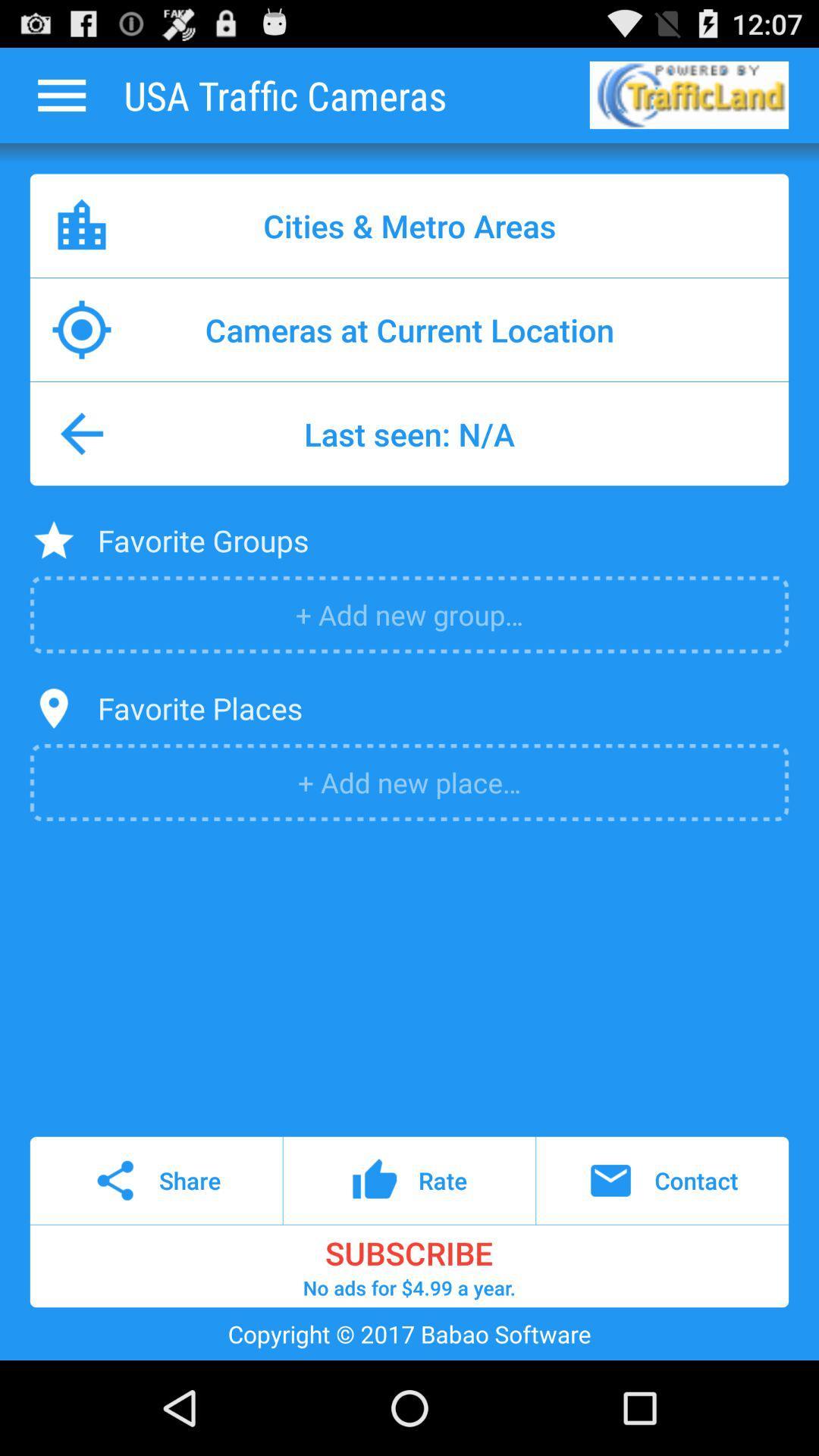  Describe the element at coordinates (61, 94) in the screenshot. I see `open options` at that location.